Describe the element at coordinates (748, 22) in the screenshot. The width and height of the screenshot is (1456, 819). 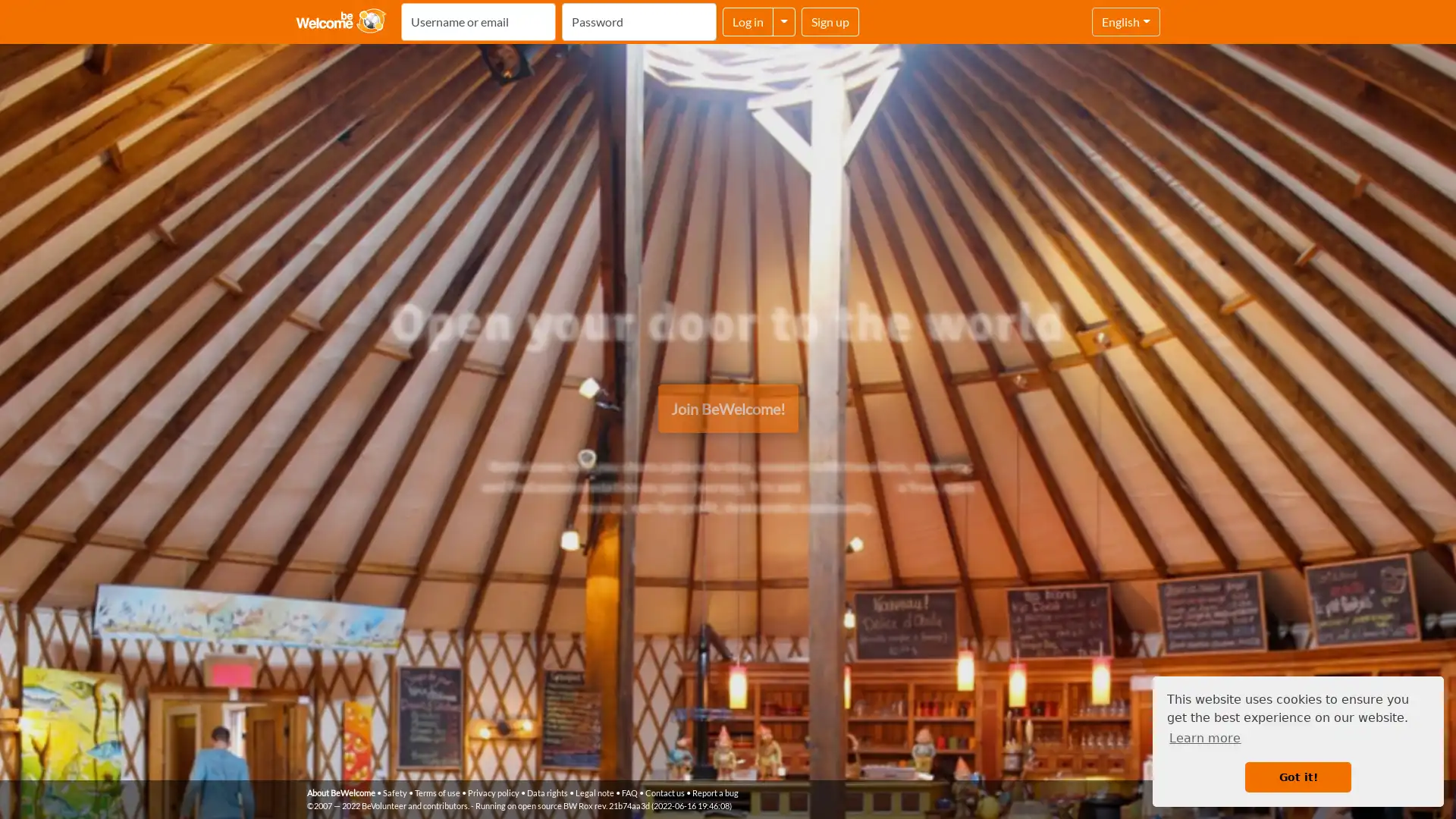
I see `Log in` at that location.